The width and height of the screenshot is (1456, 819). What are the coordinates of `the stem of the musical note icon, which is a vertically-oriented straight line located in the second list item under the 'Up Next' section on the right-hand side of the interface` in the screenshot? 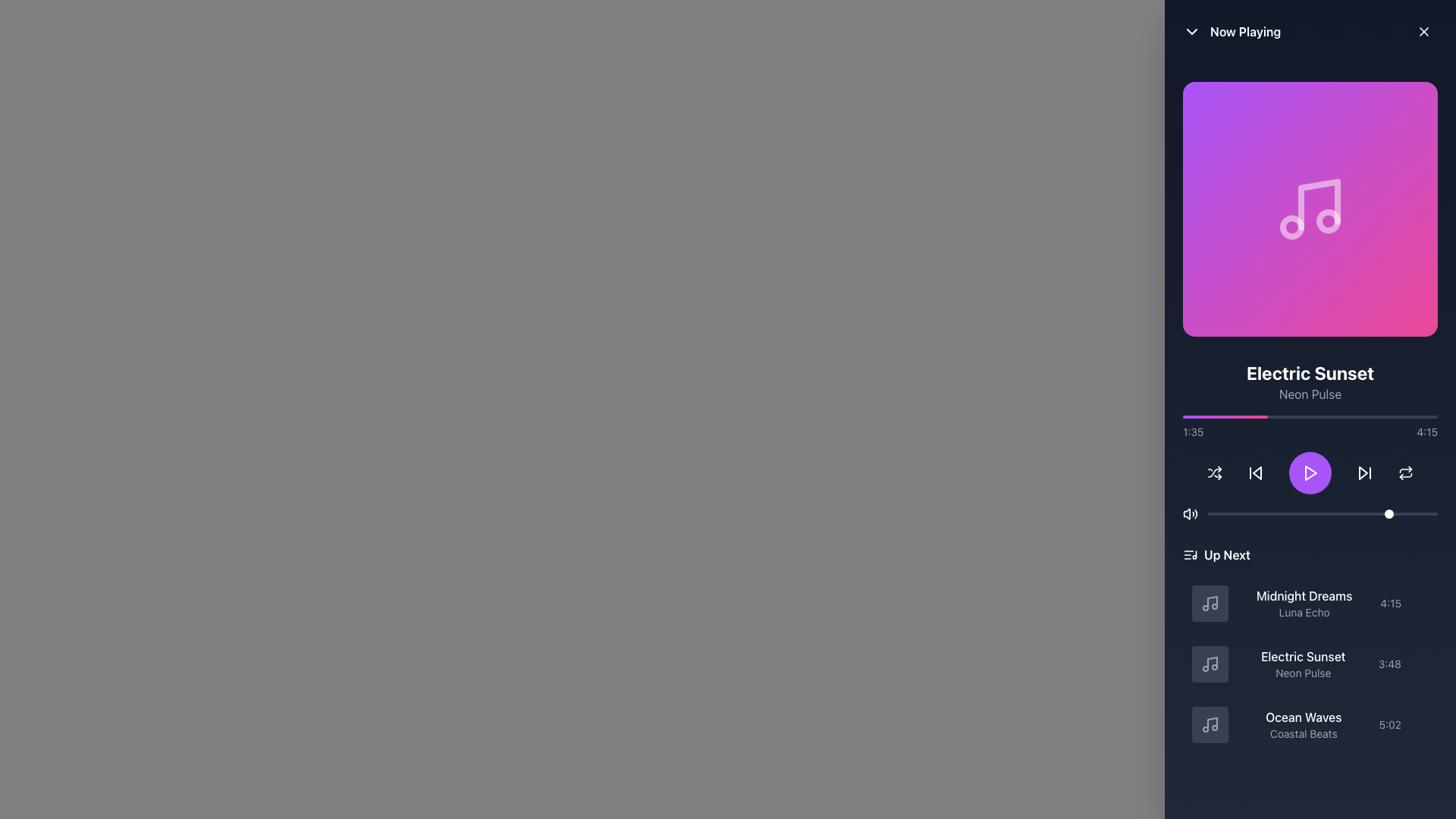 It's located at (1211, 662).